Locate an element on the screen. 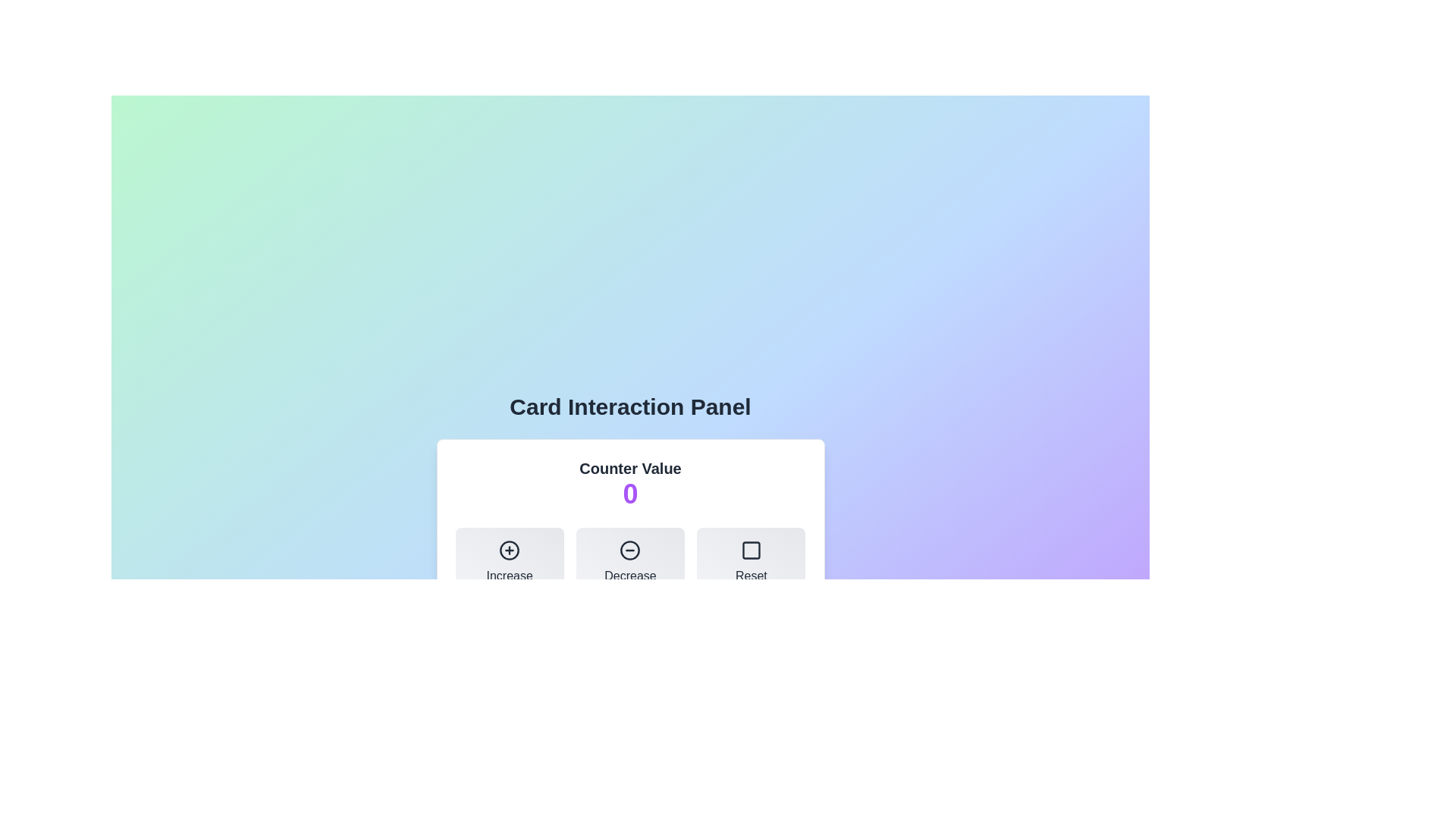  the central icon within the 'Decrease' button is located at coordinates (630, 550).